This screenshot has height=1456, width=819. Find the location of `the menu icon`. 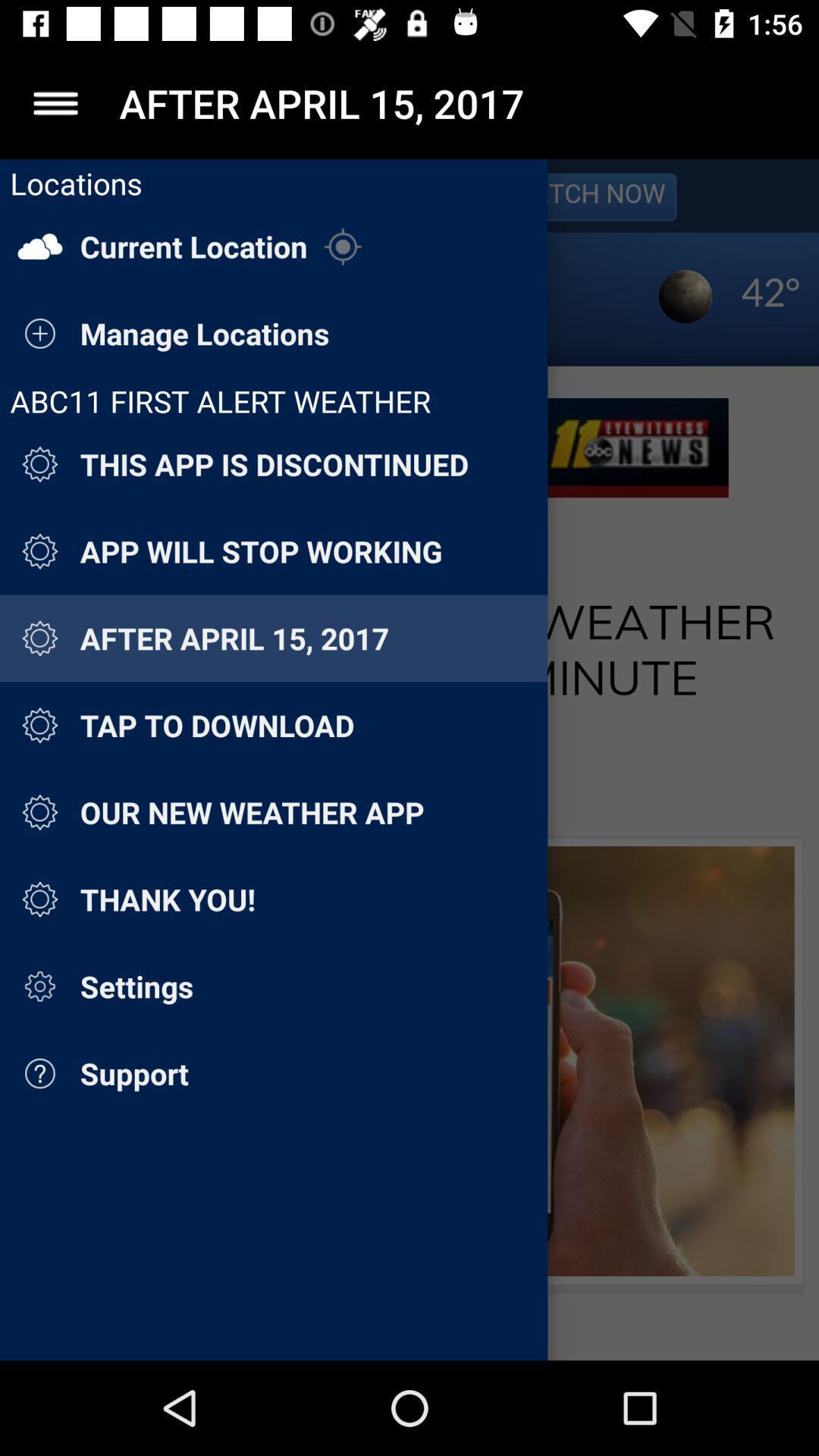

the menu icon is located at coordinates (55, 102).